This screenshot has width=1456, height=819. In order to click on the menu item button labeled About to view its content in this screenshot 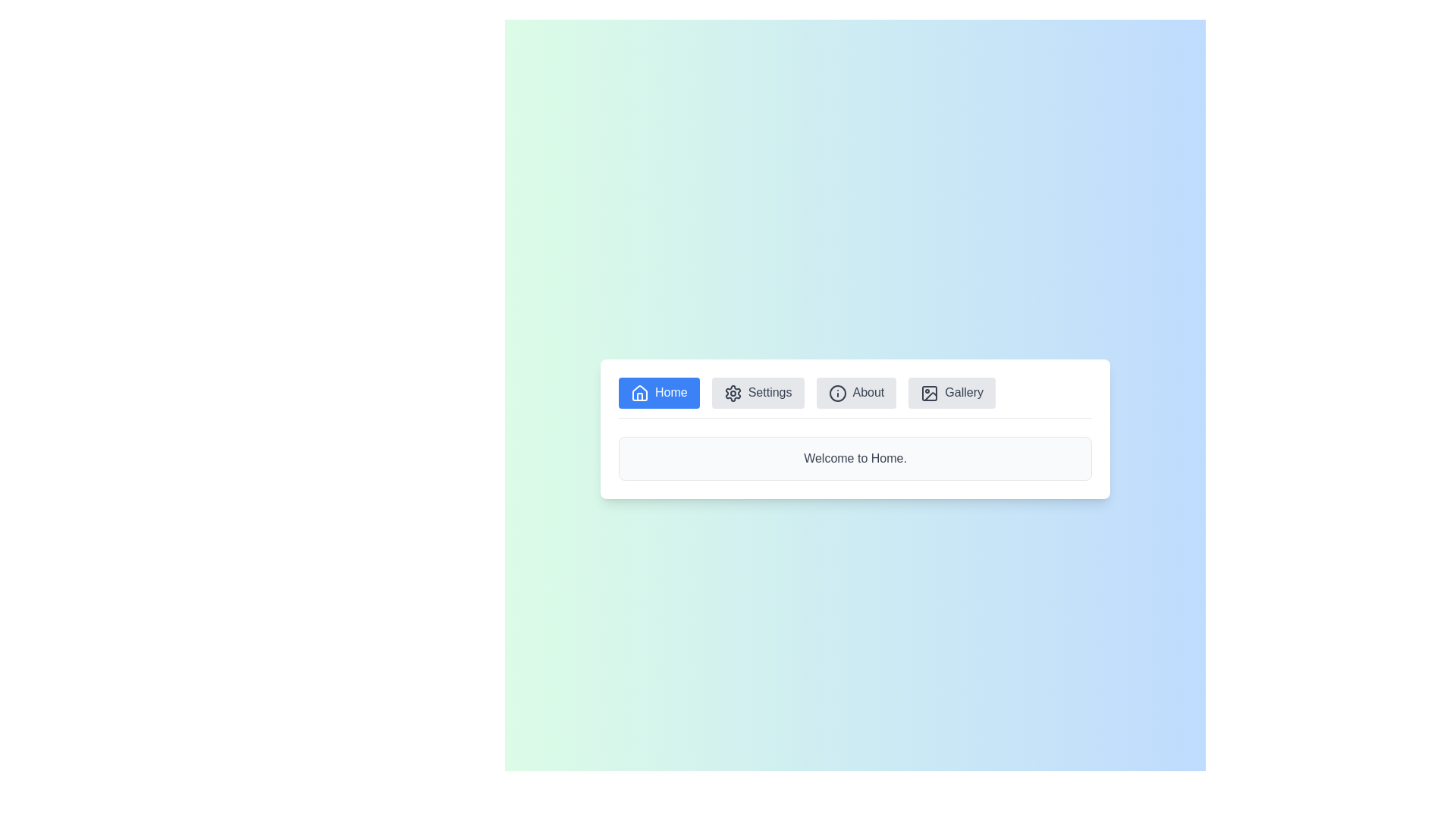, I will do `click(856, 392)`.